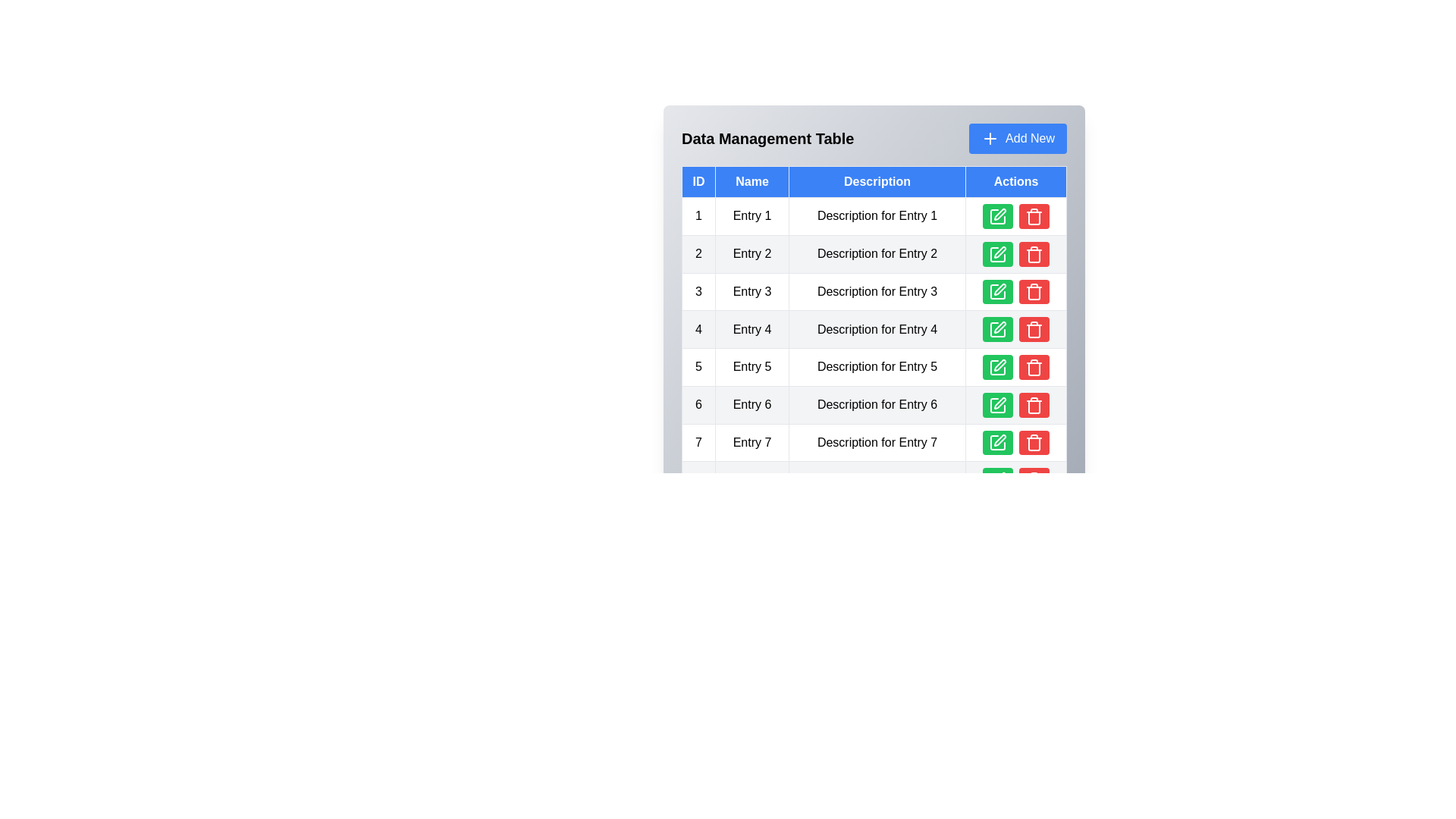 This screenshot has height=819, width=1456. I want to click on the column header labeled Actions to sort the table by that column, so click(1015, 180).